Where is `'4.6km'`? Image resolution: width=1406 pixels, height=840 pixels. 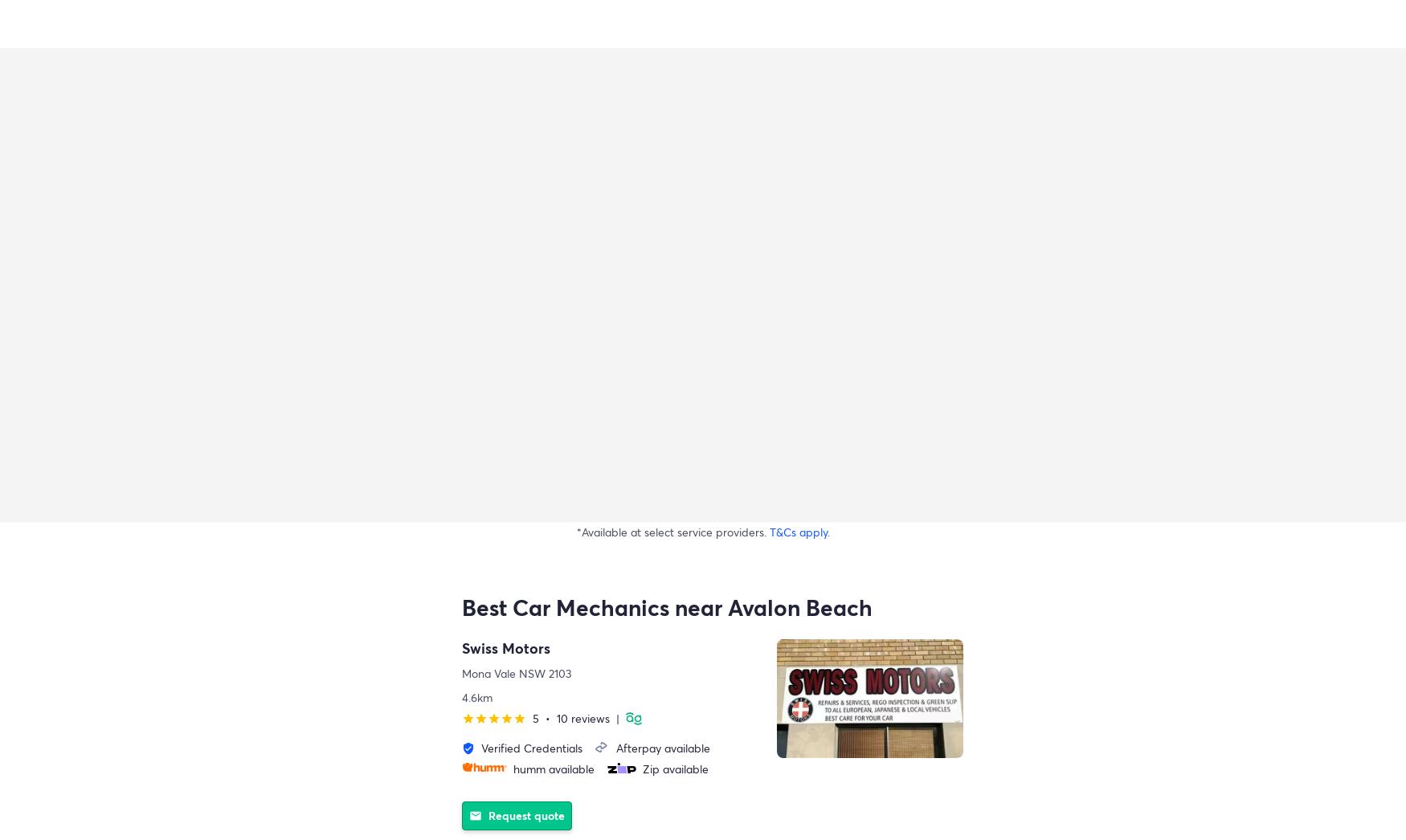
'4.6km' is located at coordinates (476, 696).